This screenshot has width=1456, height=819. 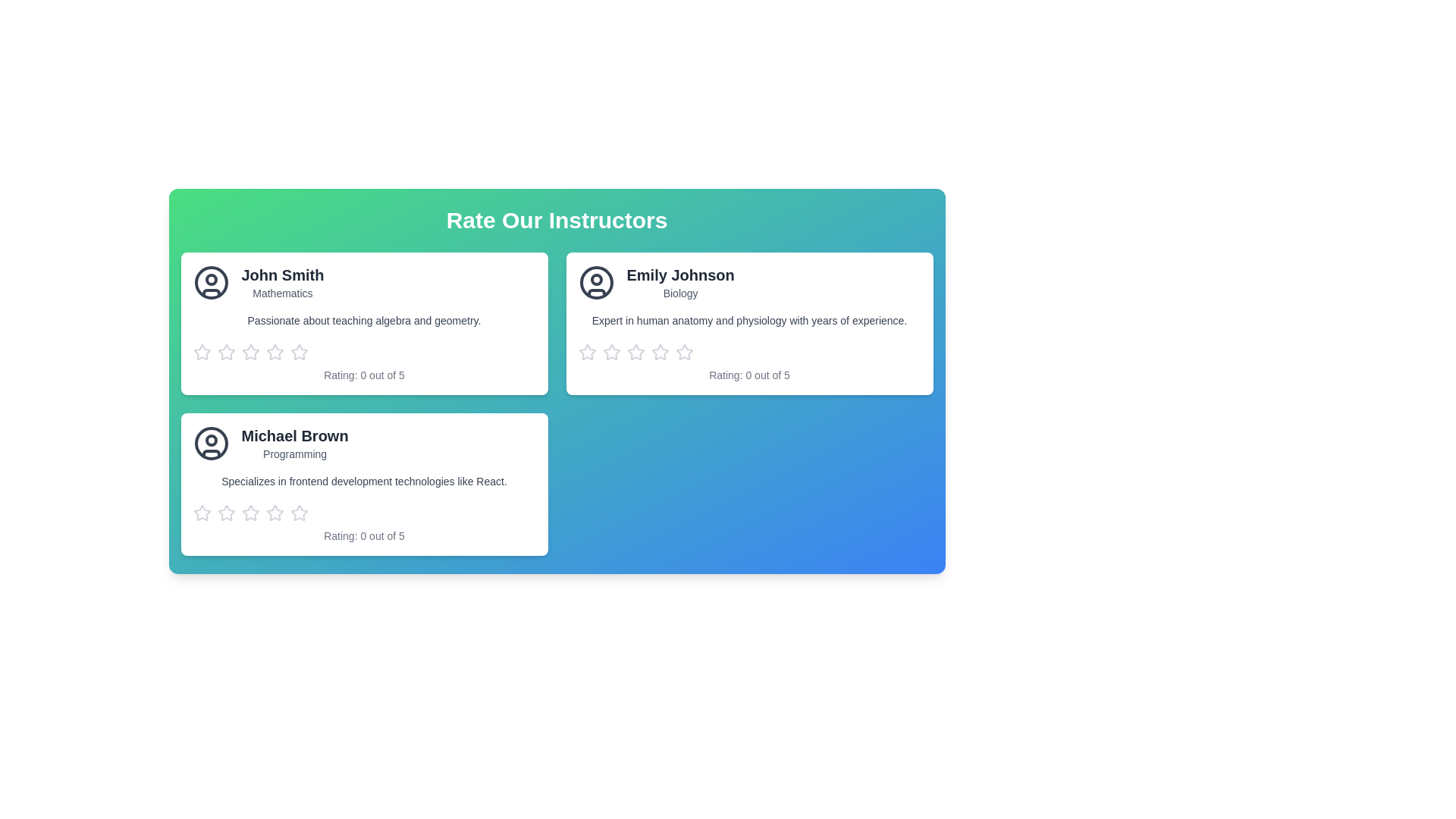 What do you see at coordinates (635, 351) in the screenshot?
I see `the second star in the star rating system below the 'Emily Johnson' profile card to signify a rating of two out of five` at bounding box center [635, 351].